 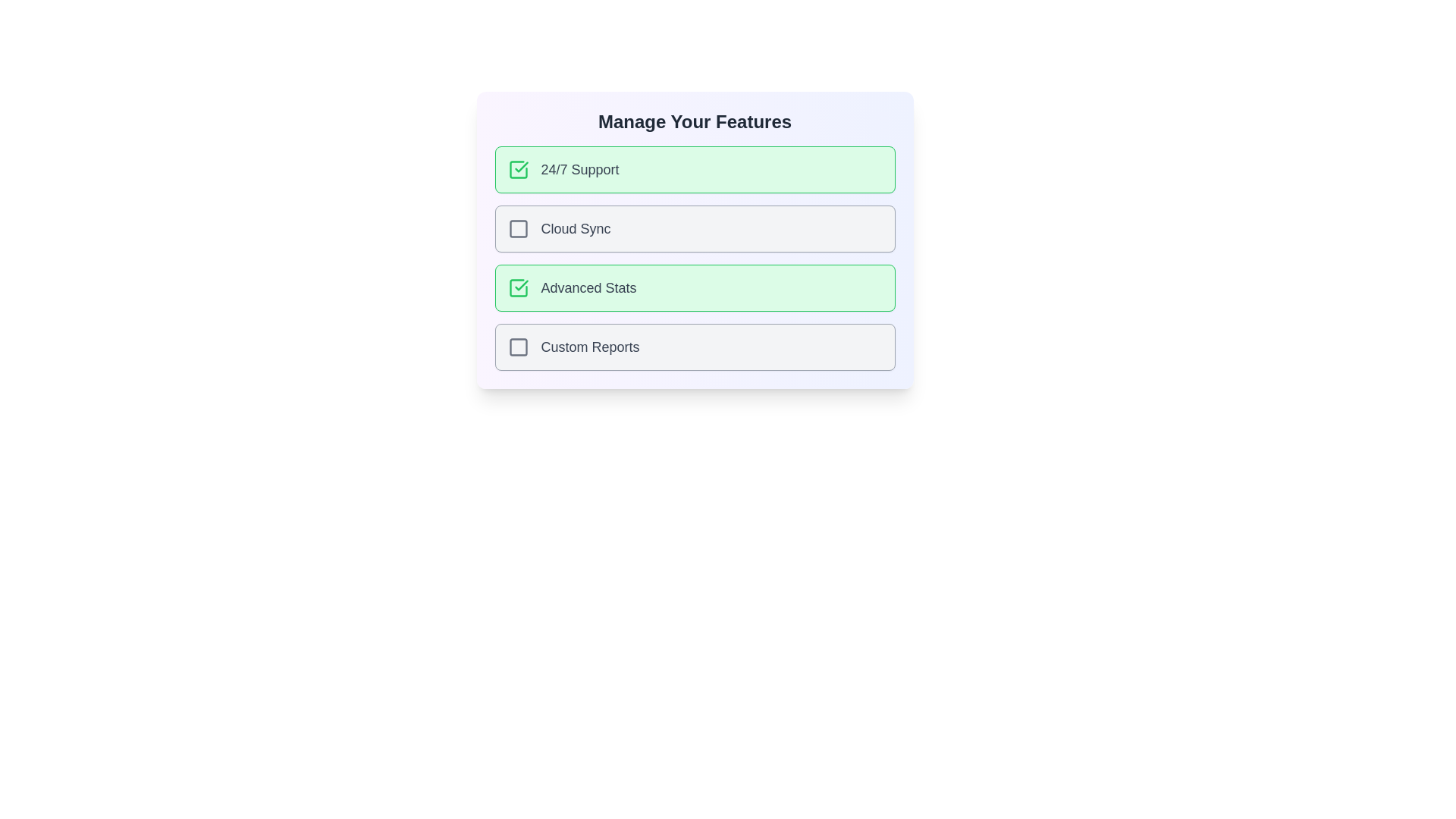 I want to click on the Text header that indicates the section's title, located at the top of the section above options like '24/7 Support' and 'Cloud Sync', so click(x=694, y=121).